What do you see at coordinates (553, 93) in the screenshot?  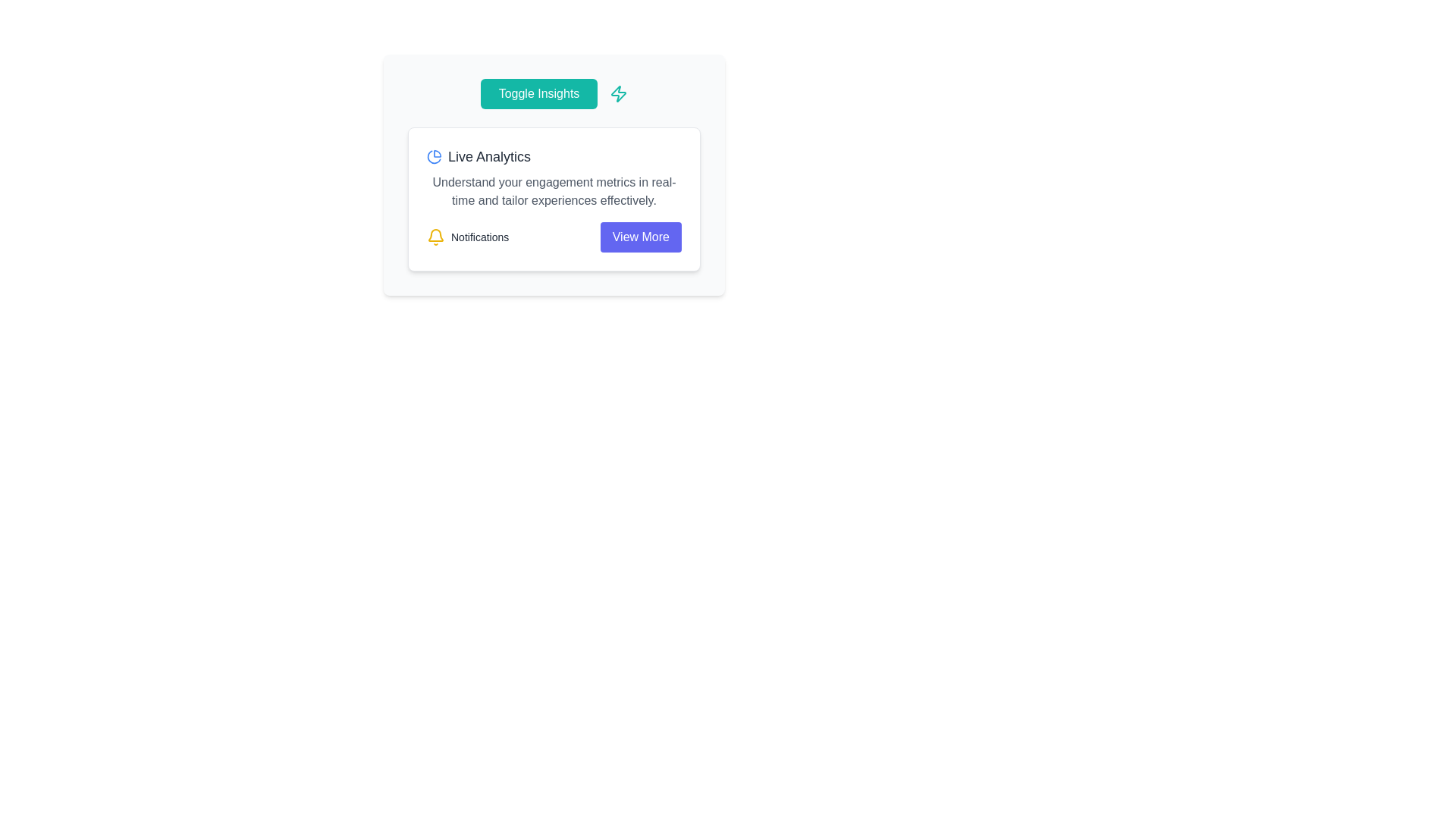 I see `the toggle button at the top of the card-like section to switch the visibility or functionality of related analytics features` at bounding box center [553, 93].